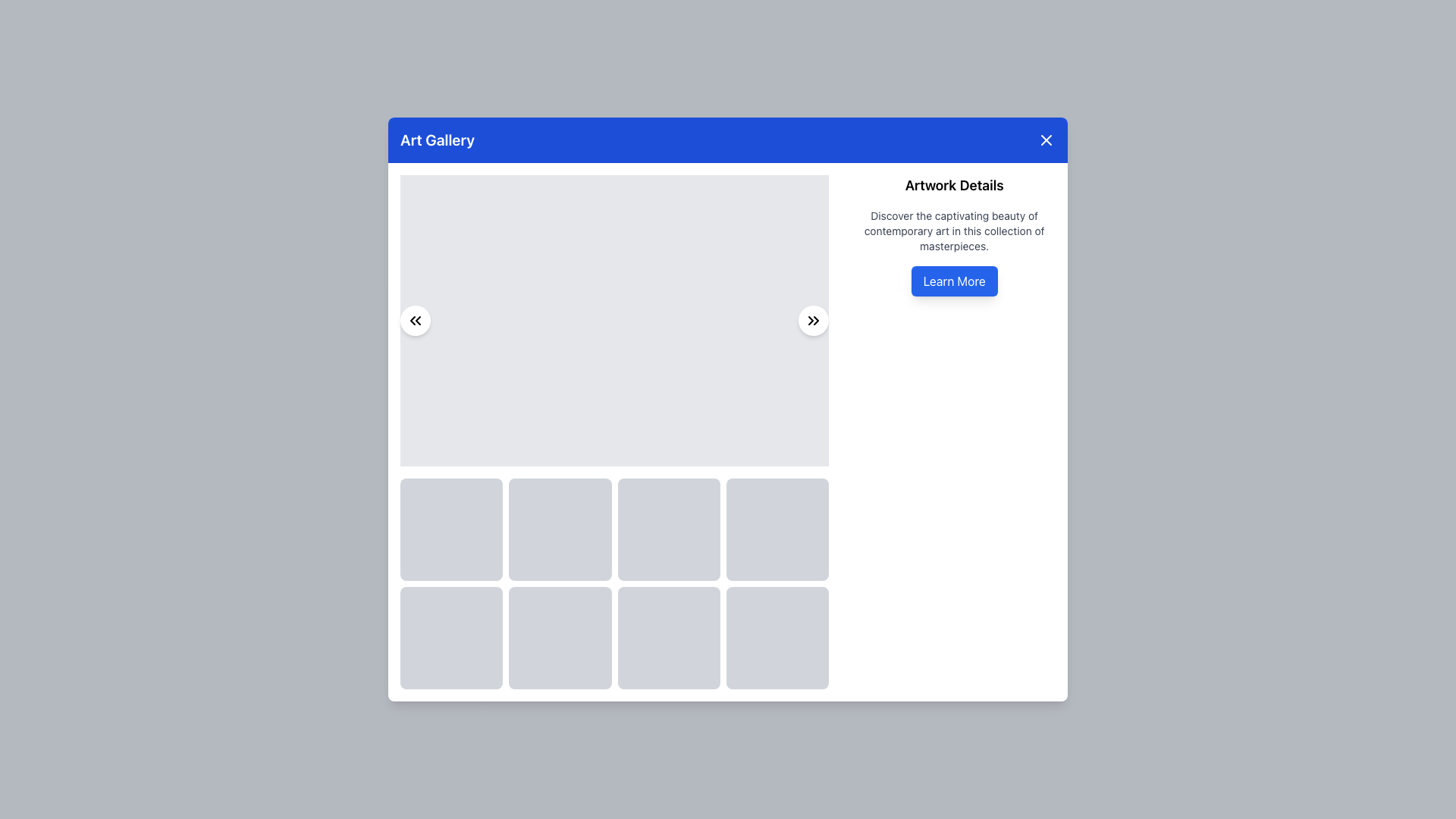 The height and width of the screenshot is (819, 1456). What do you see at coordinates (1046, 140) in the screenshot?
I see `the close button located in the top-right corner of the blue header bar titled 'Art Gallery'` at bounding box center [1046, 140].